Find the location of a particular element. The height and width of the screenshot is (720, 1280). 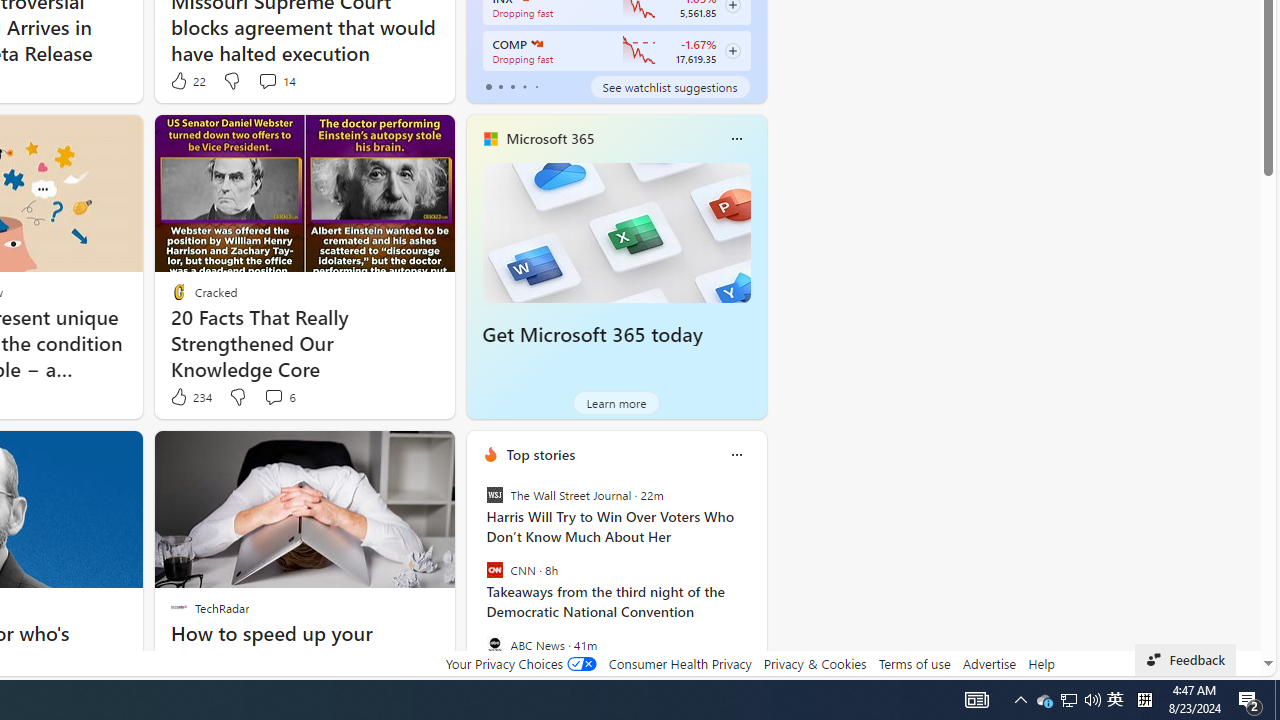

'View comments 14 Comment' is located at coordinates (276, 80).